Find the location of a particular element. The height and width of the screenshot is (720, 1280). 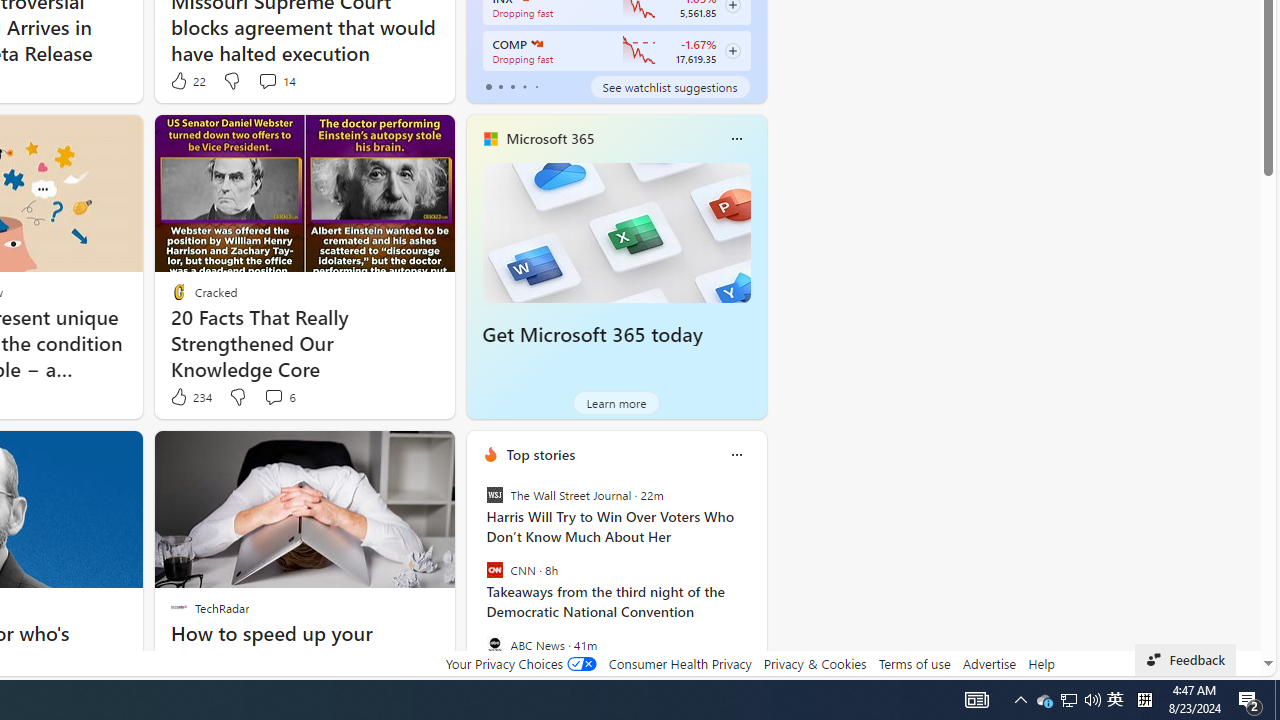

'View comments 14 Comment' is located at coordinates (276, 80).